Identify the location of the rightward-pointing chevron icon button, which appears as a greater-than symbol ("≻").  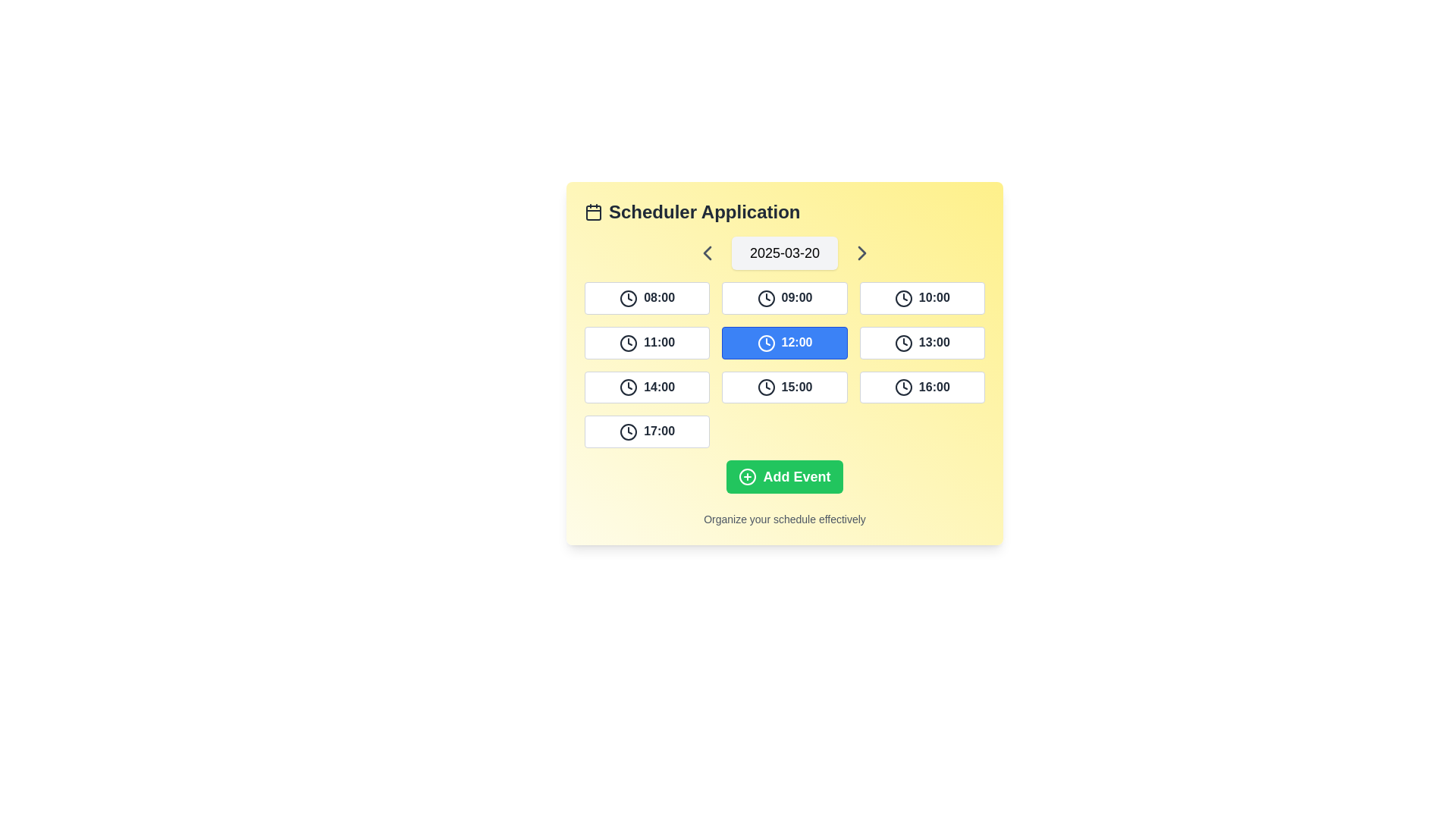
(862, 253).